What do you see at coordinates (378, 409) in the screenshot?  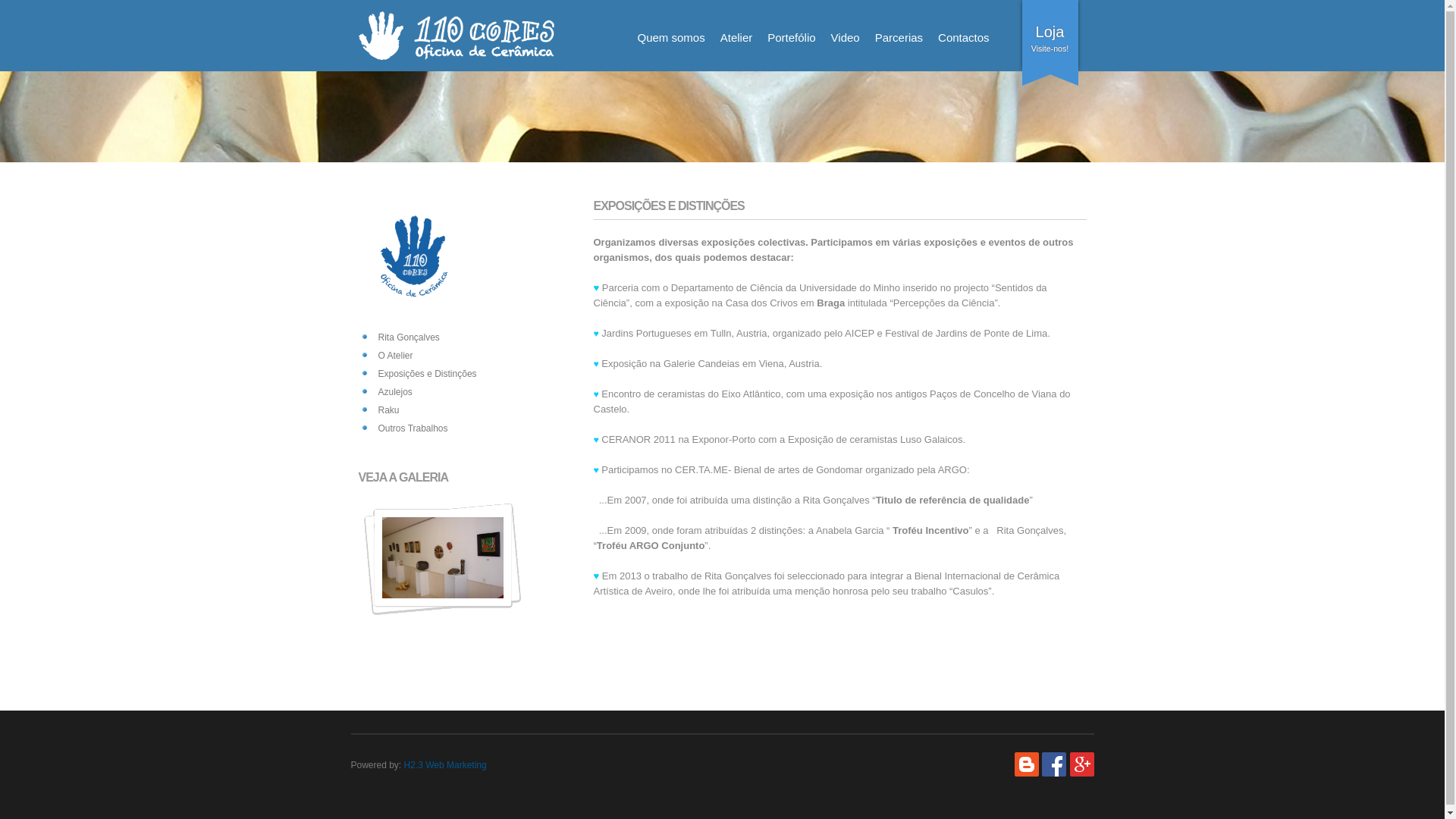 I see `'Raku'` at bounding box center [378, 409].